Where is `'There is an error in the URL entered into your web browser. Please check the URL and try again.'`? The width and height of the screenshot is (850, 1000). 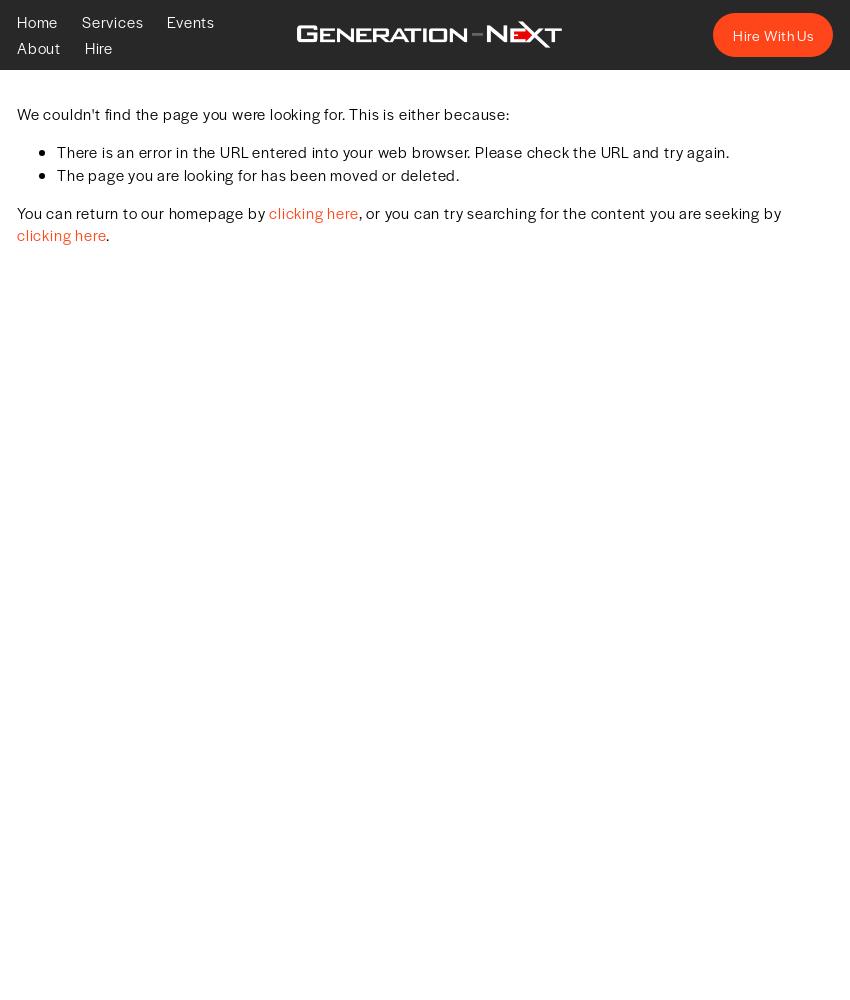
'There is an error in the URL entered into your web browser. Please check the URL and try again.' is located at coordinates (393, 151).